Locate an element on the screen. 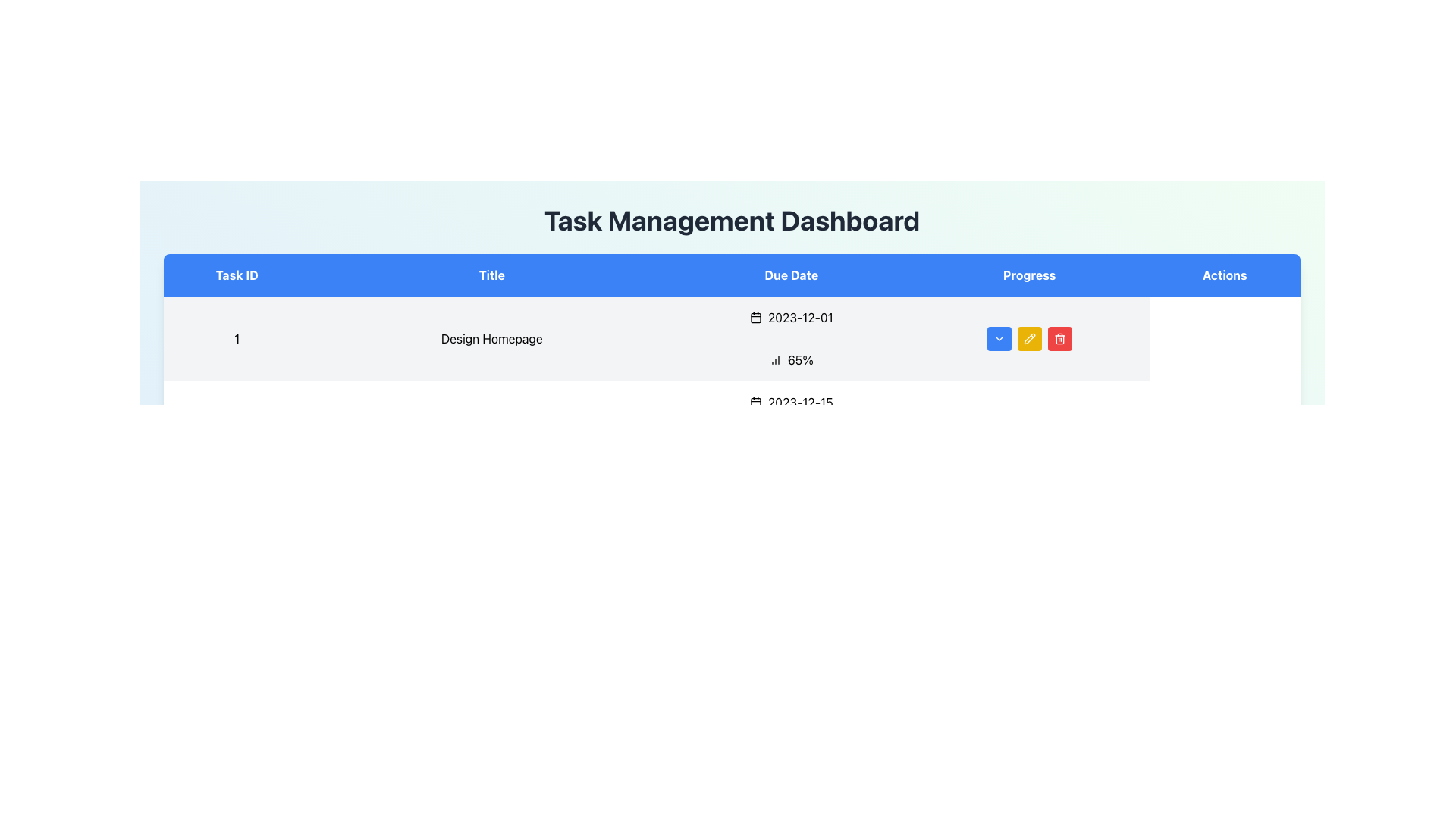 The height and width of the screenshot is (819, 1456). the 'Progress' label, which is the fourth header in the table and has a blue background with white text is located at coordinates (1029, 275).